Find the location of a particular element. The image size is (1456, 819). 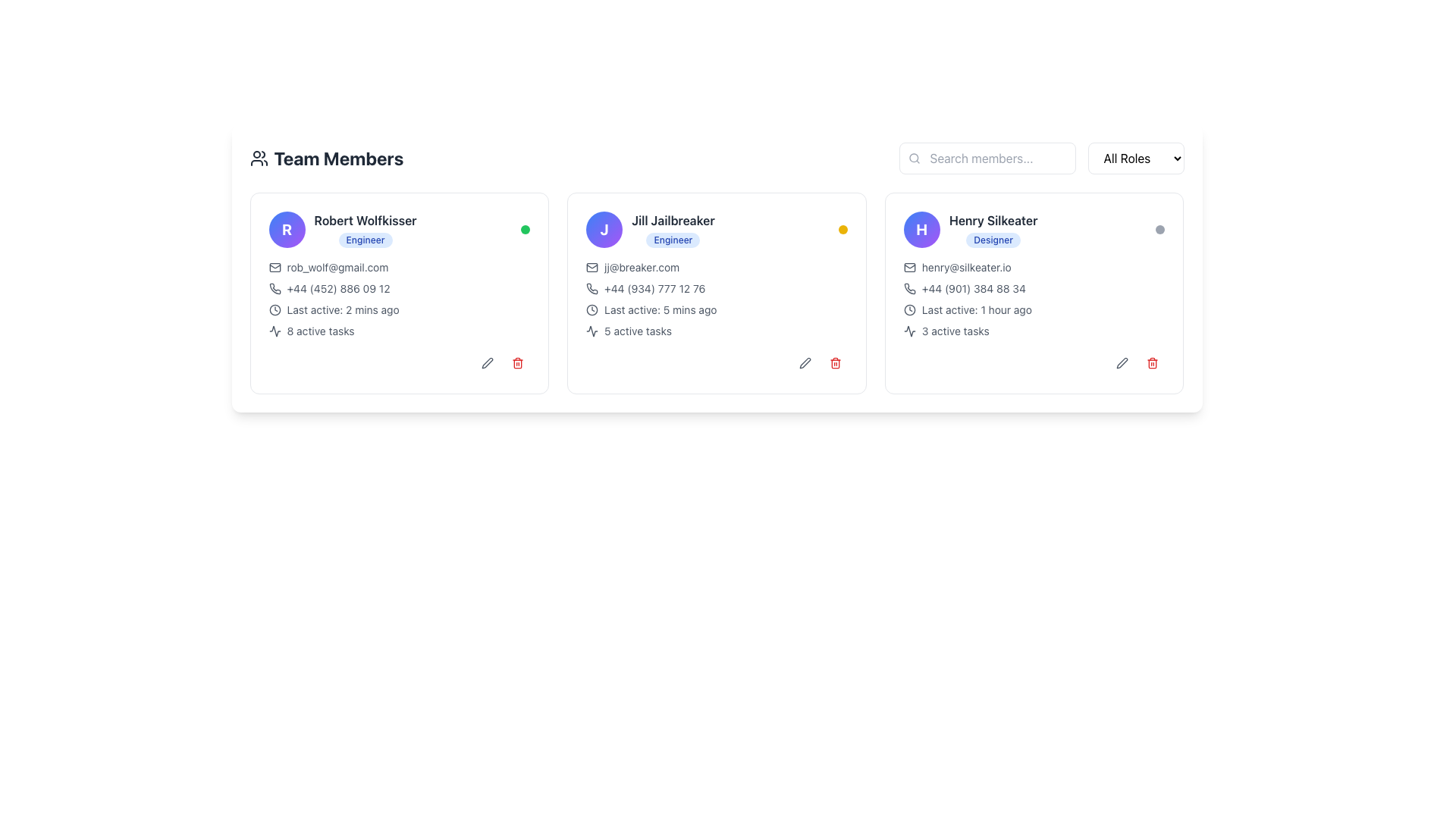

the telephone handset icon located in the contact card of 'Henry Silkeater', which is adjacent to the phone number '+44 (901) 384 88 34' is located at coordinates (909, 289).